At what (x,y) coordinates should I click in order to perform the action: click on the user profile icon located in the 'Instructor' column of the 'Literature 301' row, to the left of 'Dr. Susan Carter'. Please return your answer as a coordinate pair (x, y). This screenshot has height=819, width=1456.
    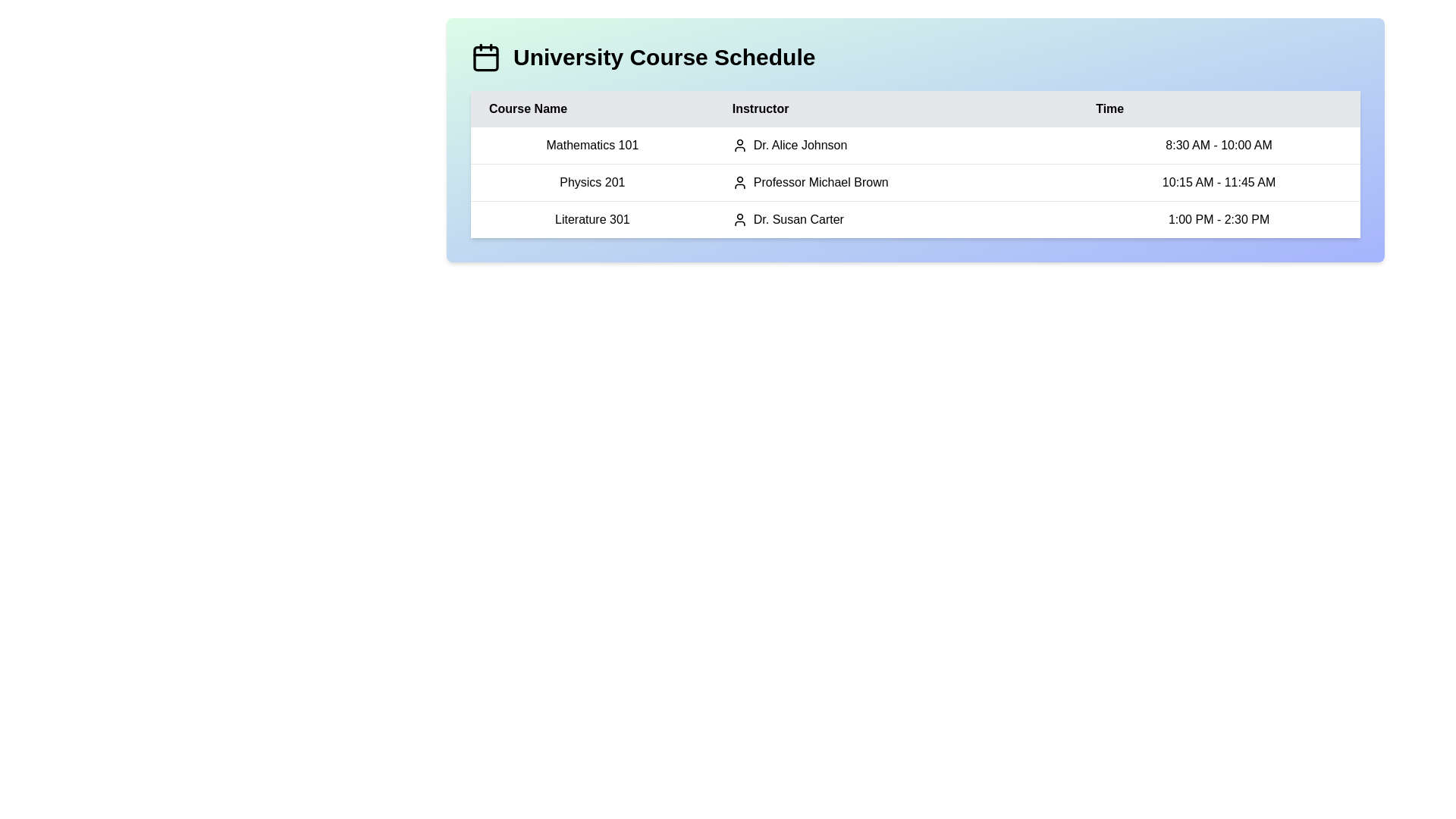
    Looking at the image, I should click on (739, 219).